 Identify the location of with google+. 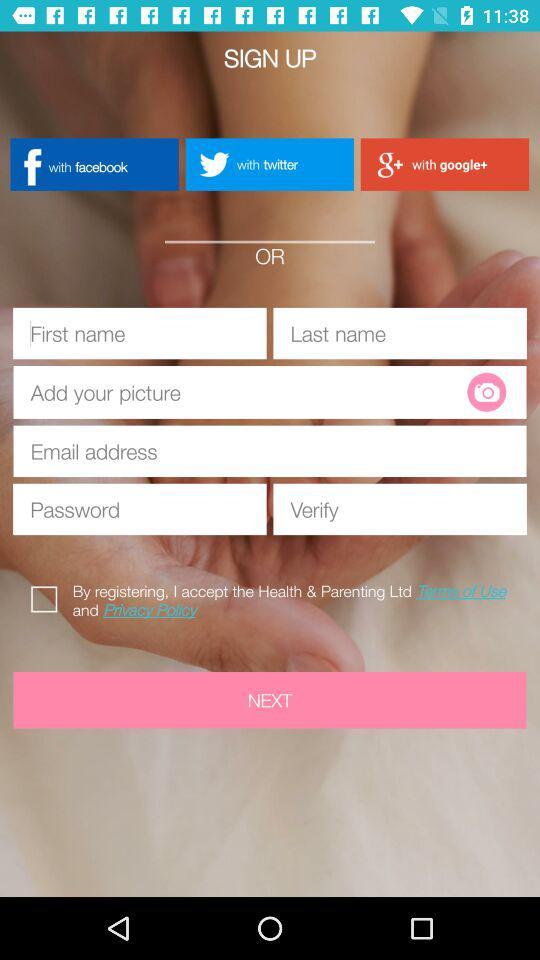
(444, 163).